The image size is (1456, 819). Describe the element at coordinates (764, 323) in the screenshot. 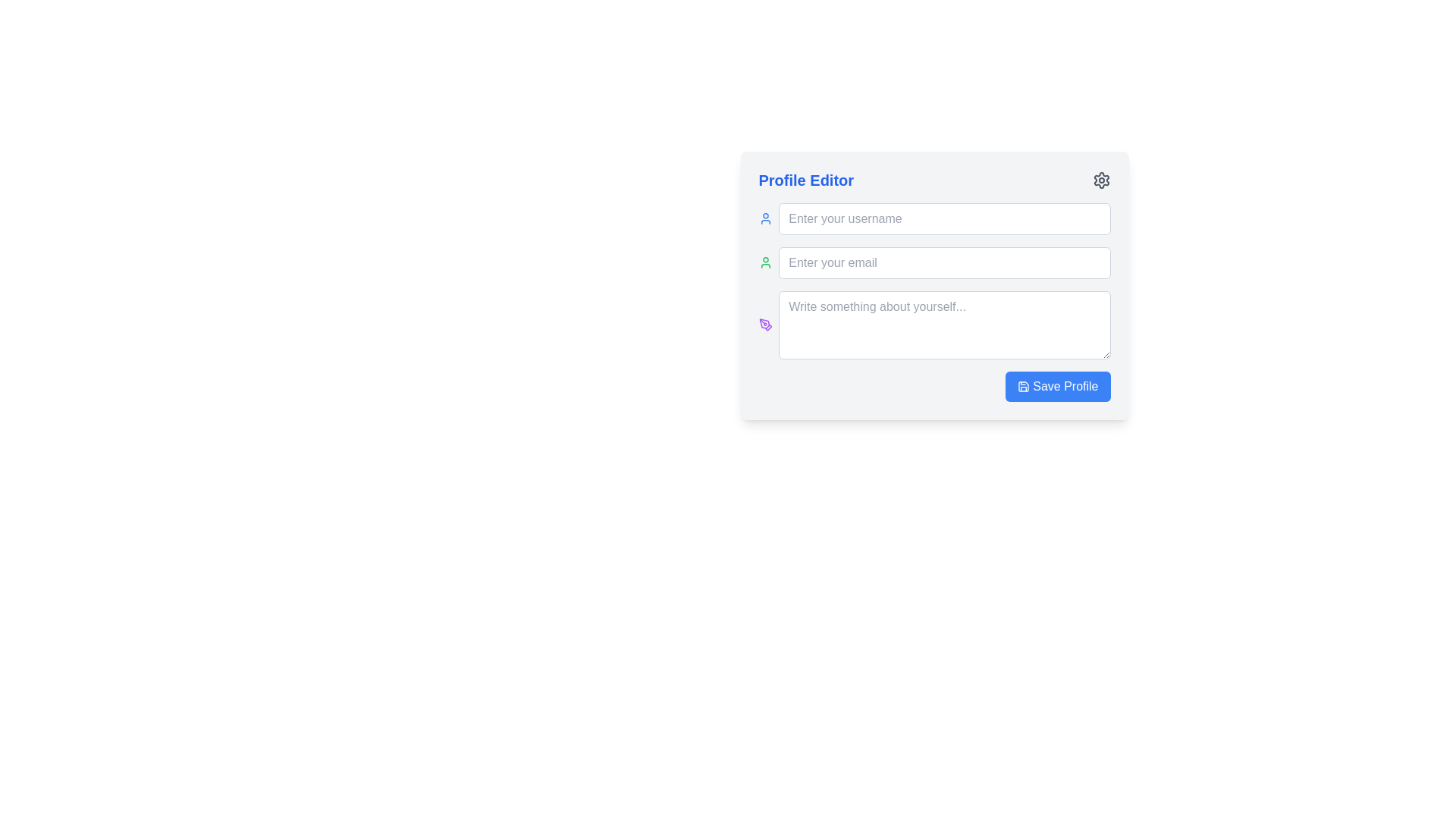

I see `the decorative pen tool icon located to the left of the 'Write something about yourself' text area in the Profile Editor form` at that location.